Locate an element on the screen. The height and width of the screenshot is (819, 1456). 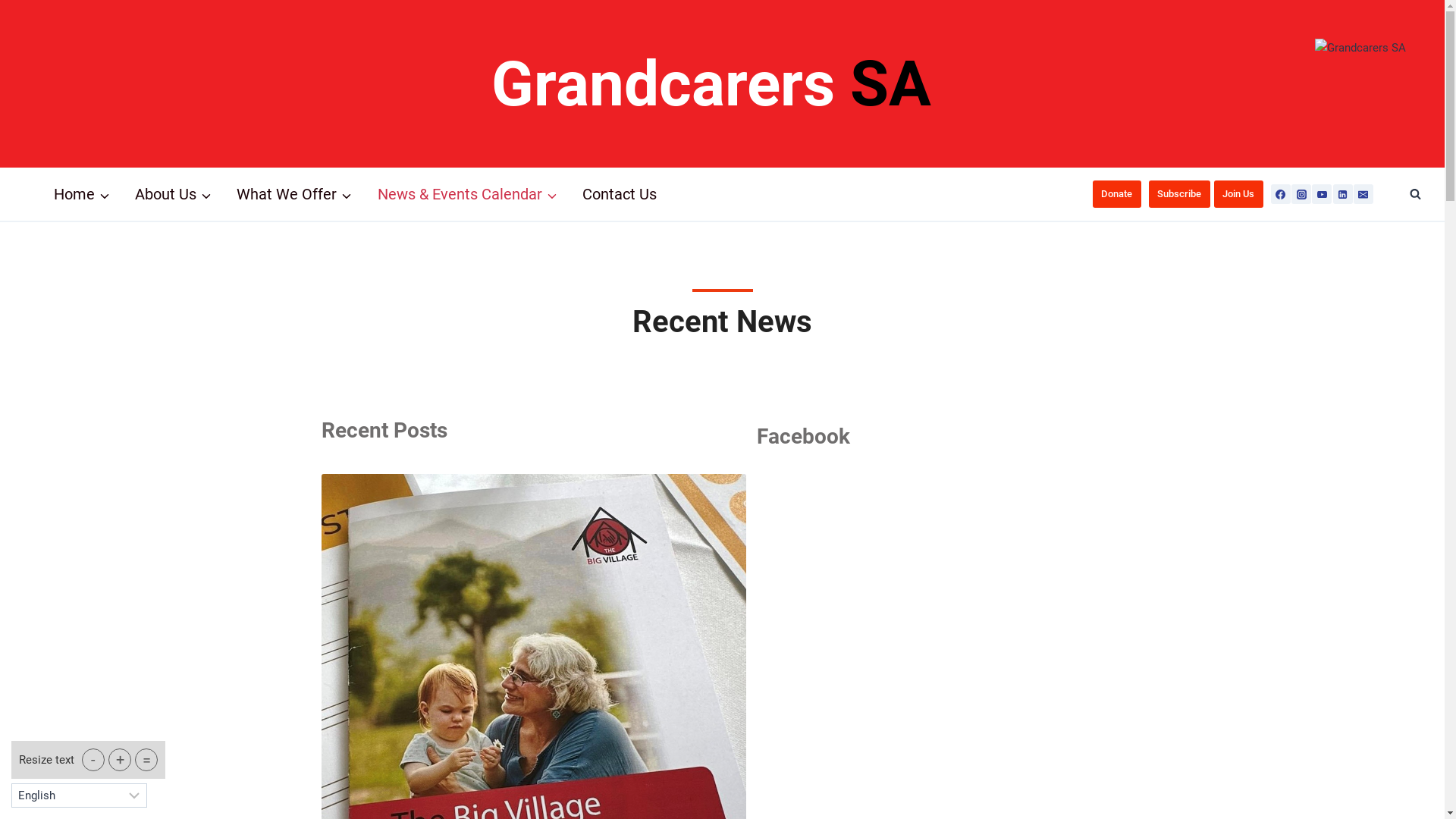
'What We Offer' is located at coordinates (294, 193).